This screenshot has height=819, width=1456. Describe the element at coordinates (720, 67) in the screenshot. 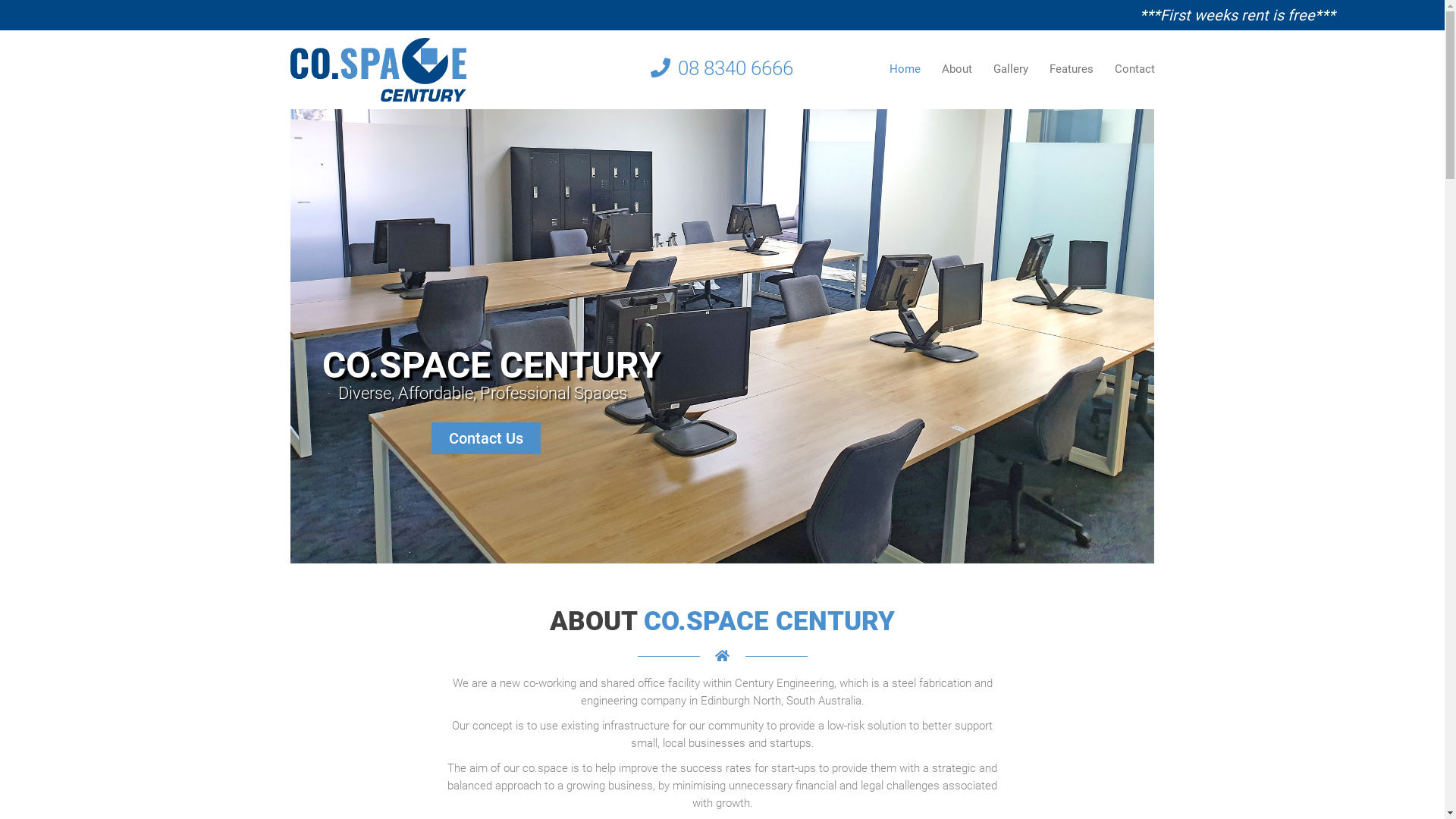

I see `'08 8340 6666'` at that location.